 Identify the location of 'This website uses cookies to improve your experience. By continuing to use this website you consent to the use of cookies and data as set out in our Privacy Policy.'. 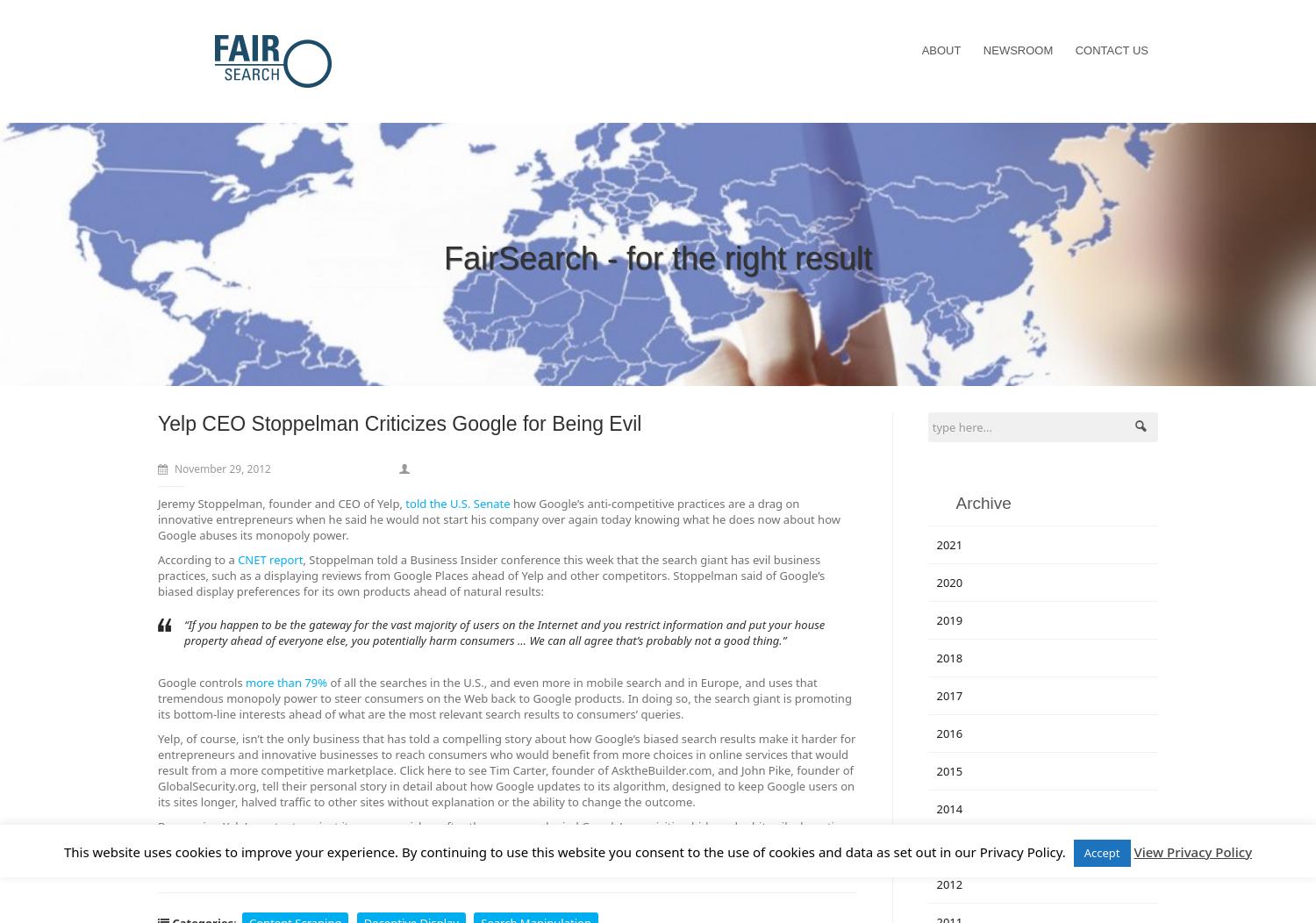
(566, 851).